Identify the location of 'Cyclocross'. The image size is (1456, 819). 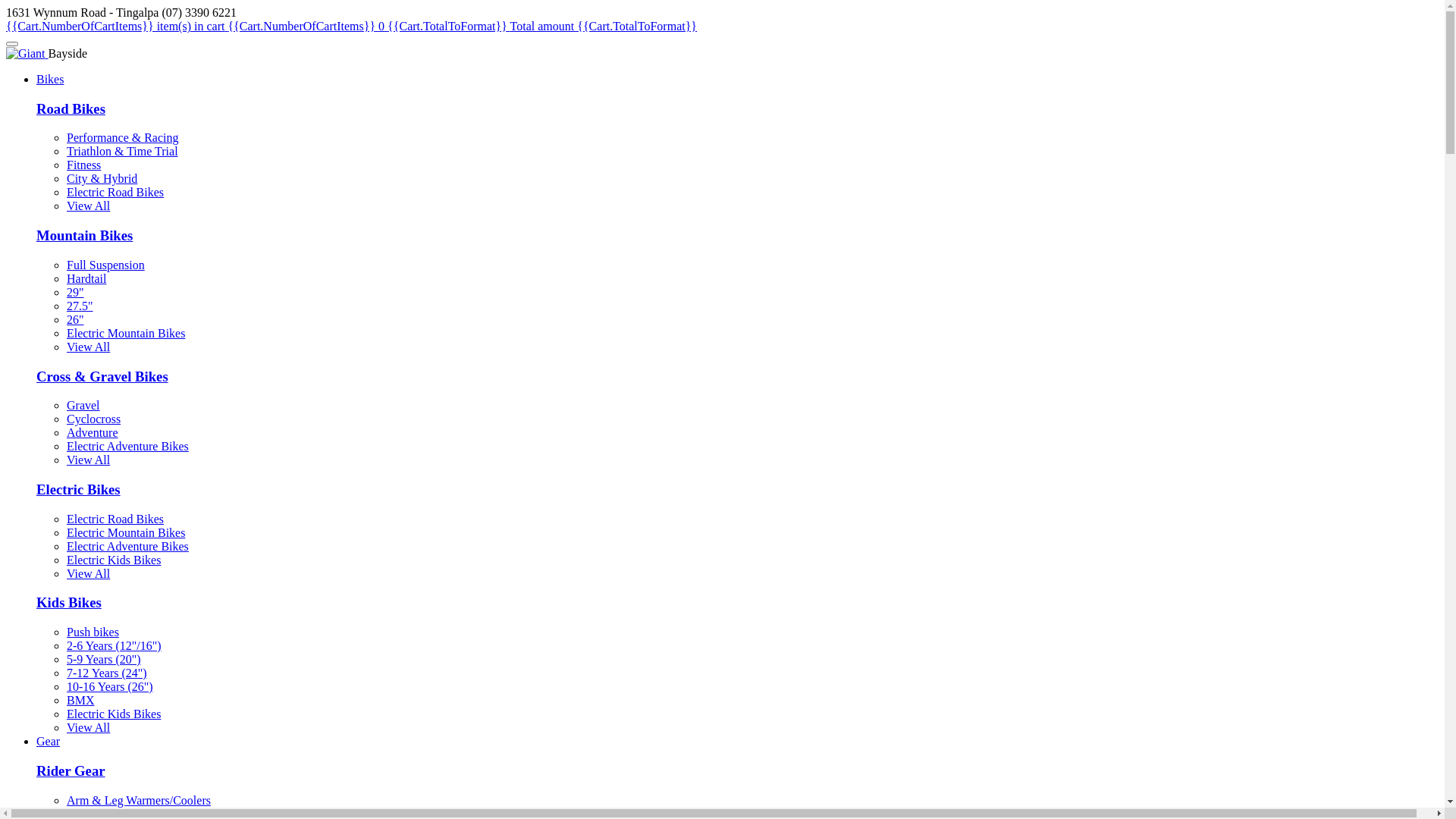
(93, 419).